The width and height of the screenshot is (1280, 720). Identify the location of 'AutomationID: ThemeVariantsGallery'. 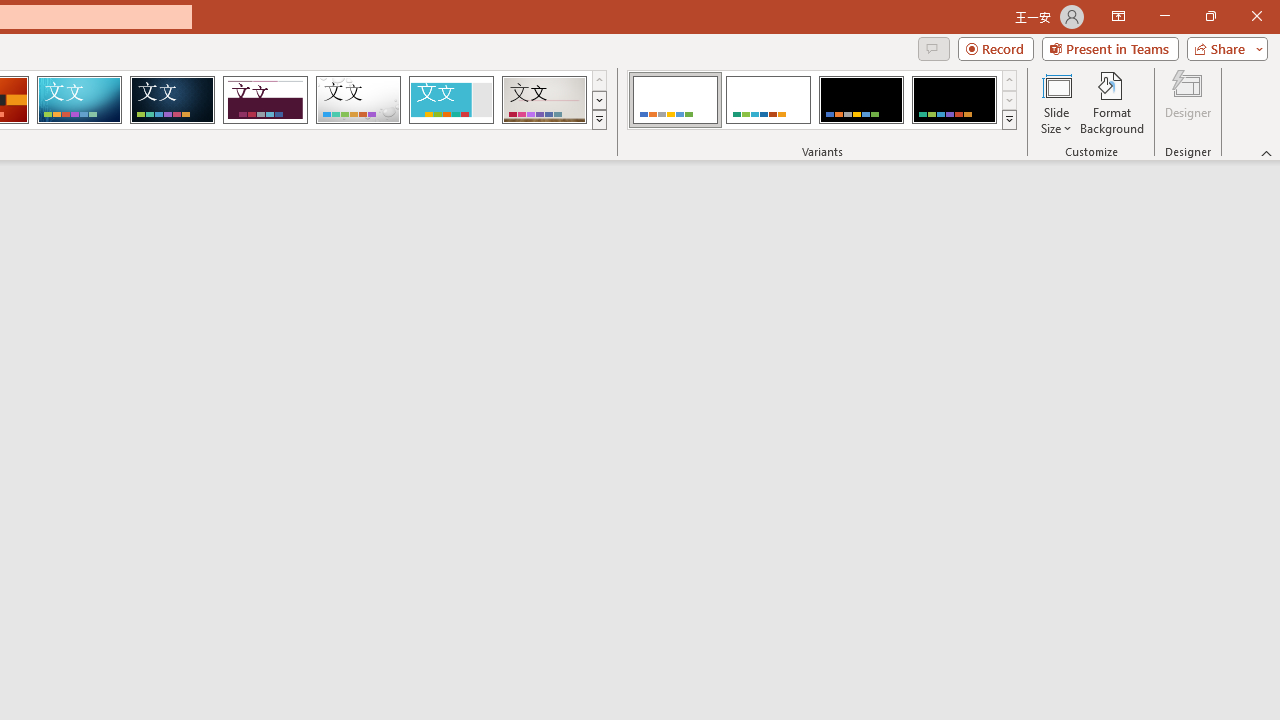
(823, 100).